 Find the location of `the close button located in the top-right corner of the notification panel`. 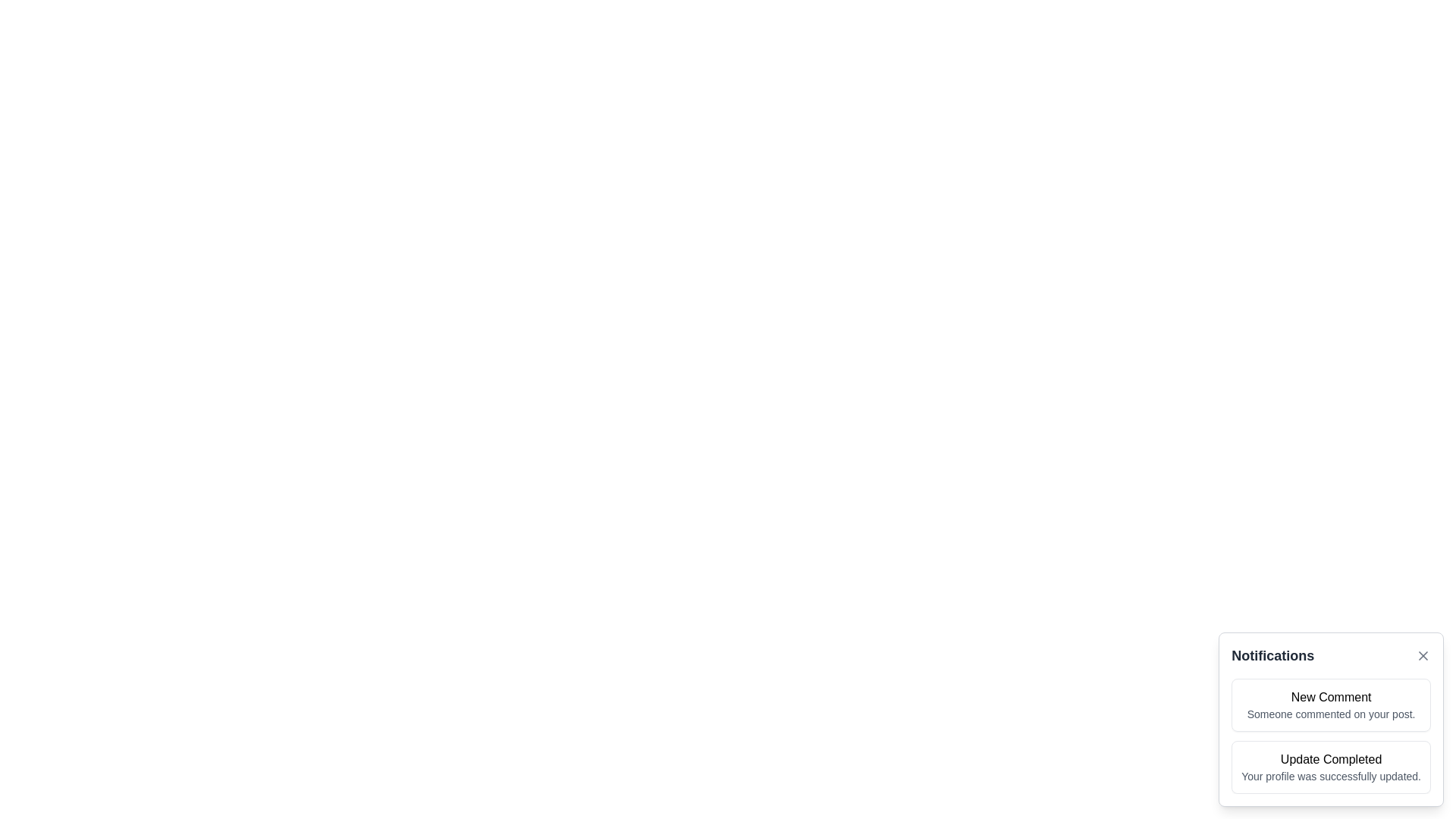

the close button located in the top-right corner of the notification panel is located at coordinates (1422, 654).